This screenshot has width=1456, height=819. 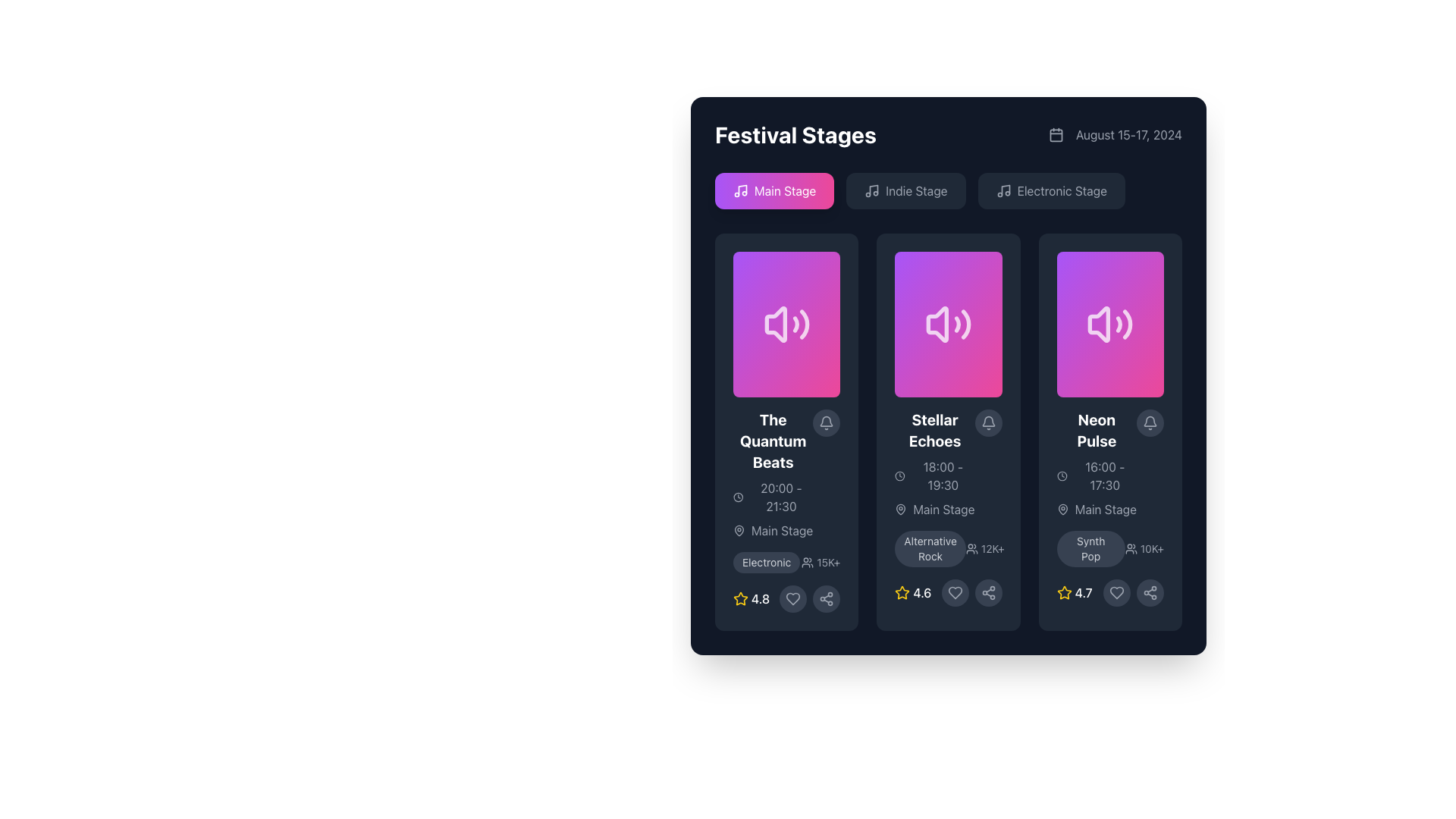 I want to click on the share icon represented by three interconnected circular nodes arranged in a triangular pattern located at the bottom-right corner of the 'Neon Pulse' card to initiate a share action, so click(x=1150, y=592).